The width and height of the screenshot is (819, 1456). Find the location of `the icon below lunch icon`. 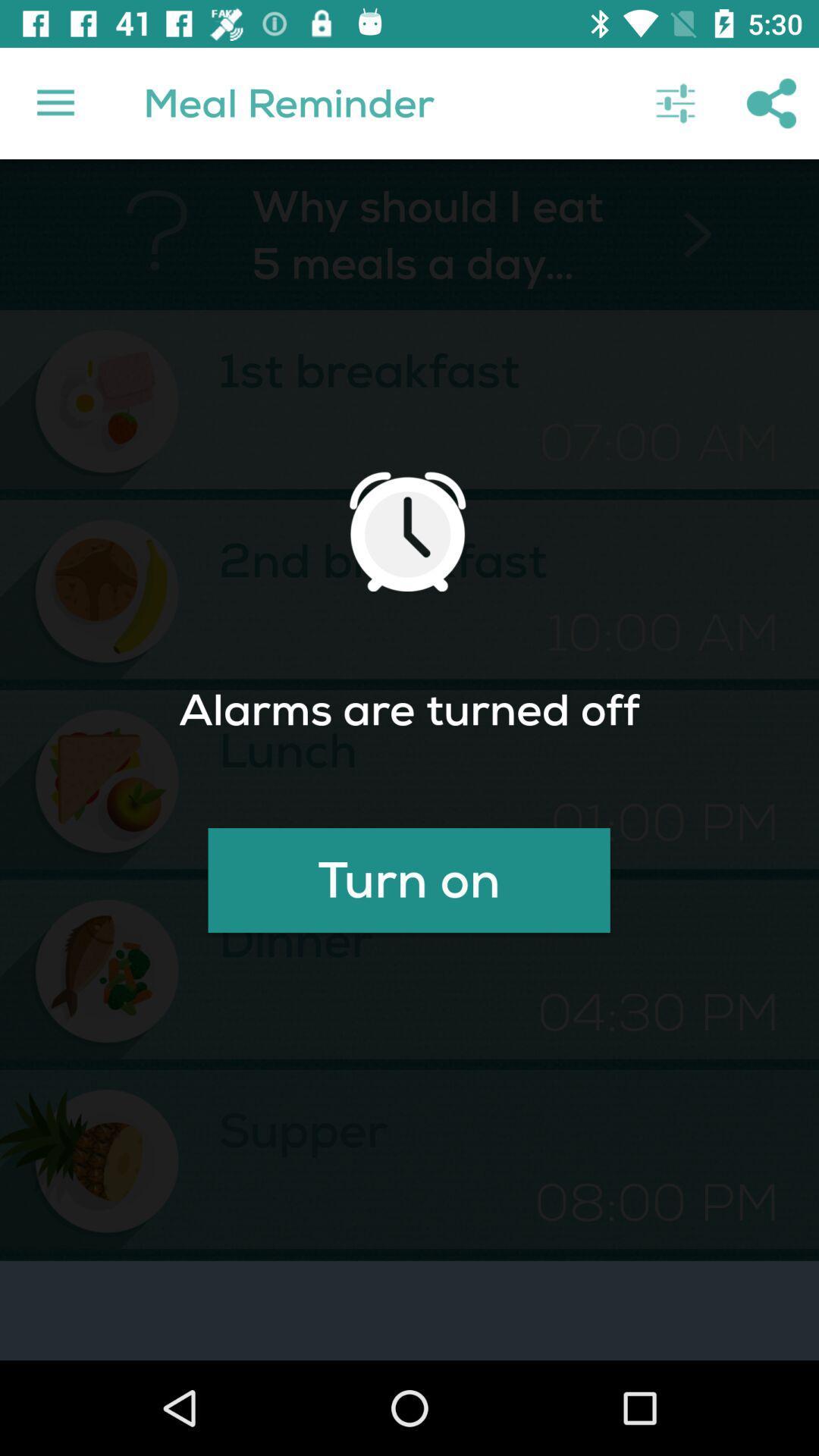

the icon below lunch icon is located at coordinates (408, 880).